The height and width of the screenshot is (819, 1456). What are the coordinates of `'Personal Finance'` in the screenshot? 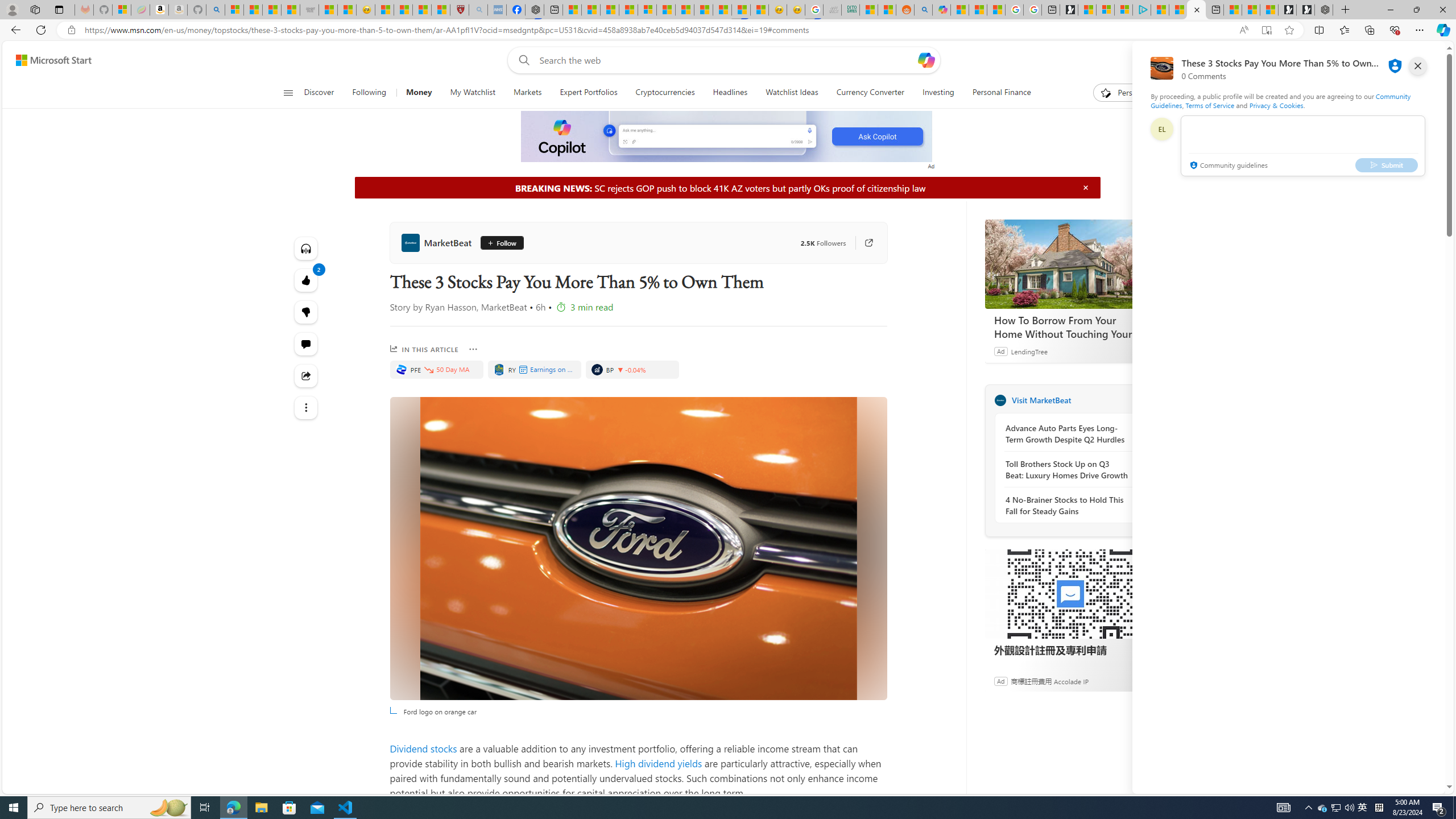 It's located at (996, 92).